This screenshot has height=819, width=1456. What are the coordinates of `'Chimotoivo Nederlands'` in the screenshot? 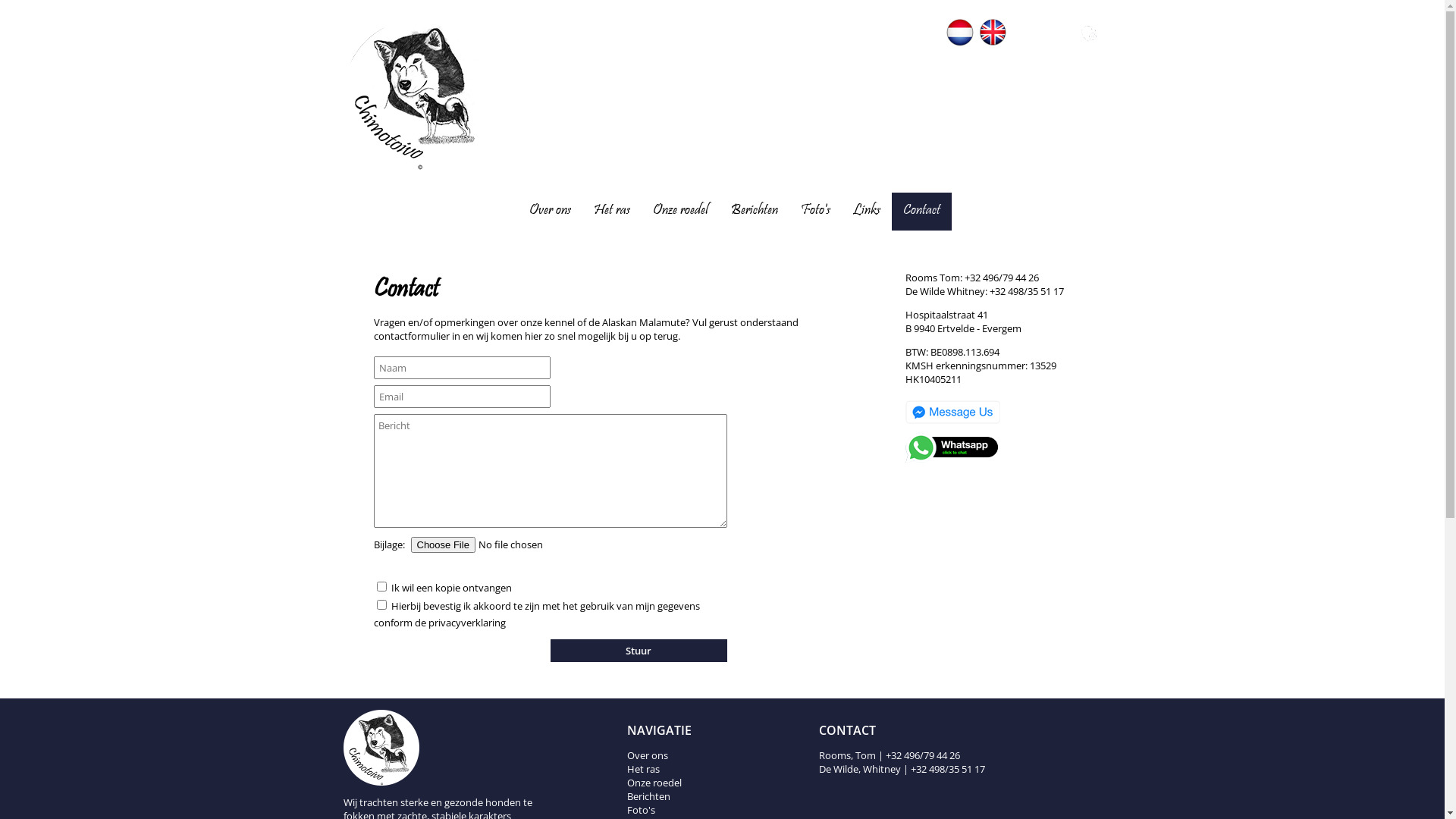 It's located at (946, 32).